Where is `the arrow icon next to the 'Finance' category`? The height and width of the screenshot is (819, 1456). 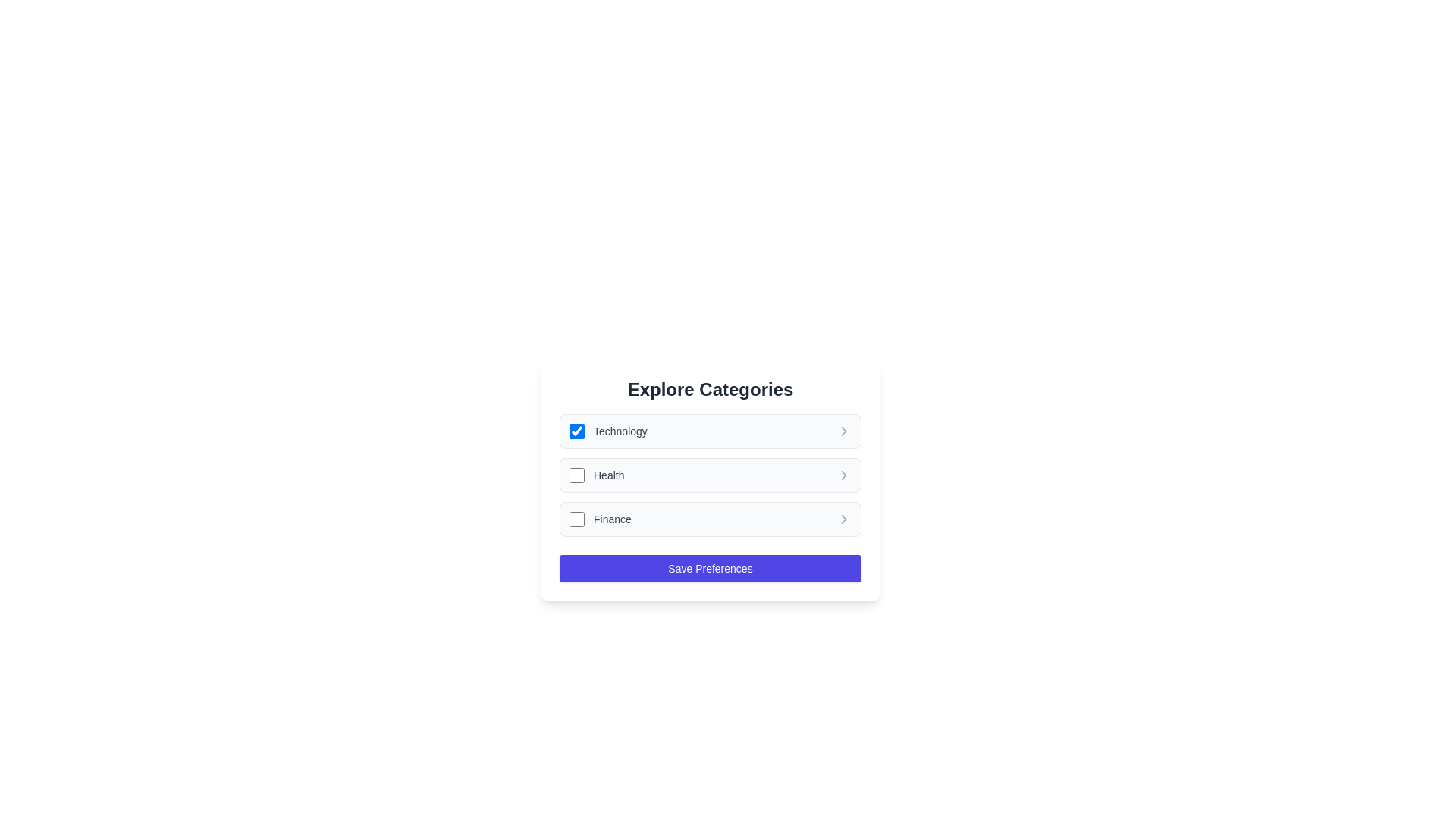 the arrow icon next to the 'Finance' category is located at coordinates (843, 519).